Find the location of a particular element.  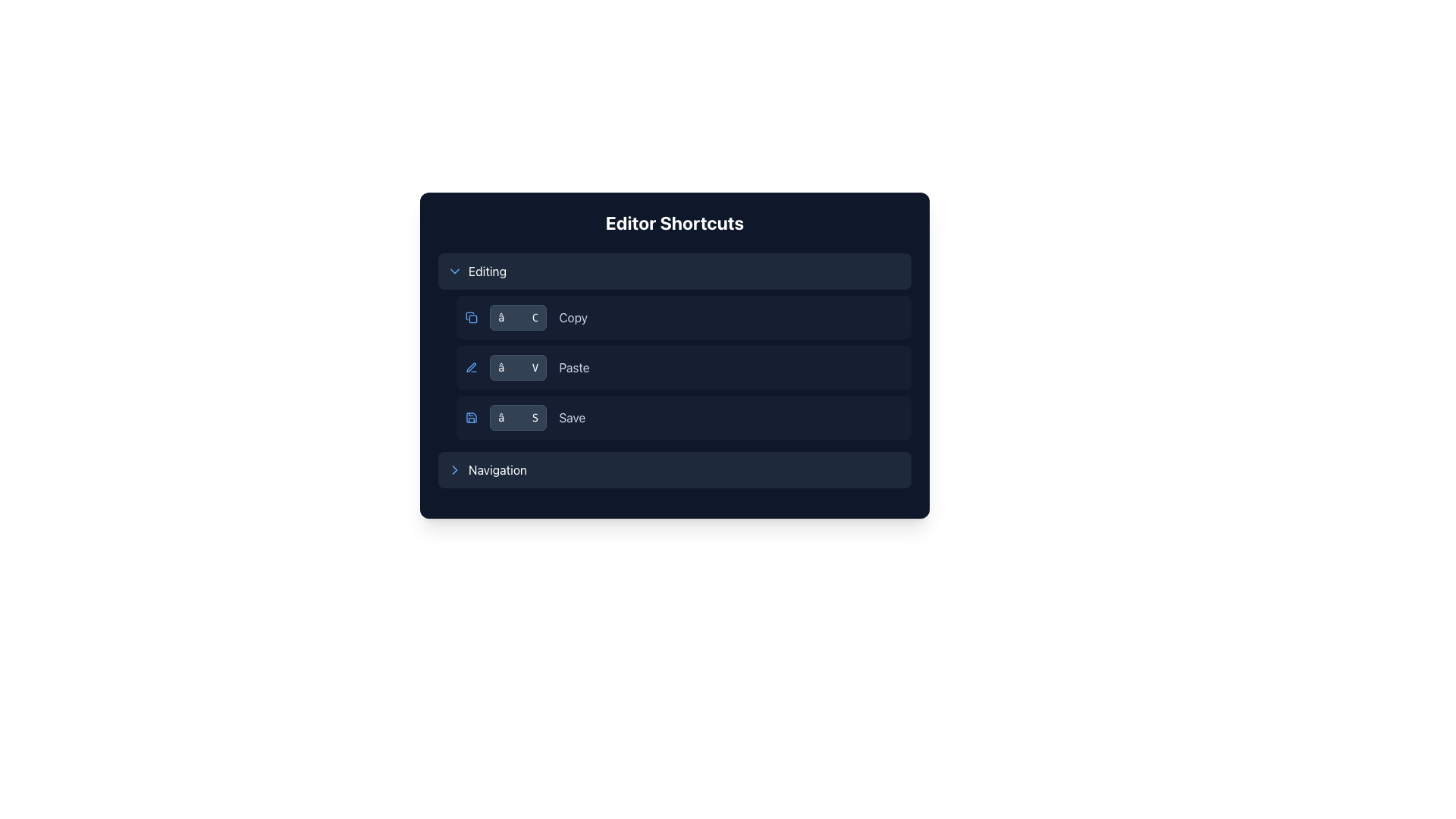

the toggle icon located to the left of the 'Editing' label is located at coordinates (454, 271).